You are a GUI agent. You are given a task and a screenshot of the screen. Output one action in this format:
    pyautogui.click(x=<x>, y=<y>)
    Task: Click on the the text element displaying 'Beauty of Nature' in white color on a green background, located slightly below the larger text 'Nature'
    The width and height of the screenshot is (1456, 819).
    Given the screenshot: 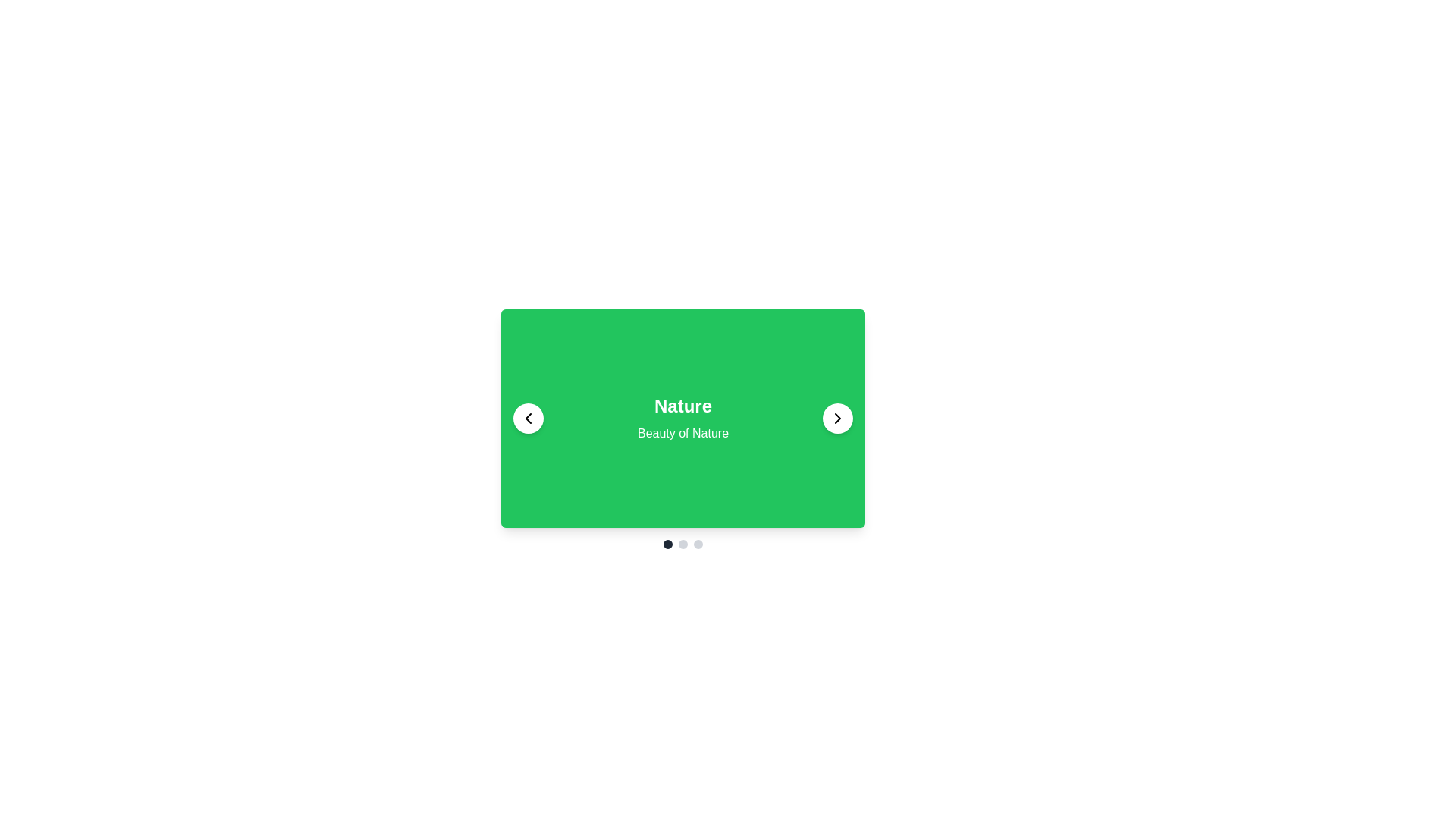 What is the action you would take?
    pyautogui.click(x=682, y=433)
    